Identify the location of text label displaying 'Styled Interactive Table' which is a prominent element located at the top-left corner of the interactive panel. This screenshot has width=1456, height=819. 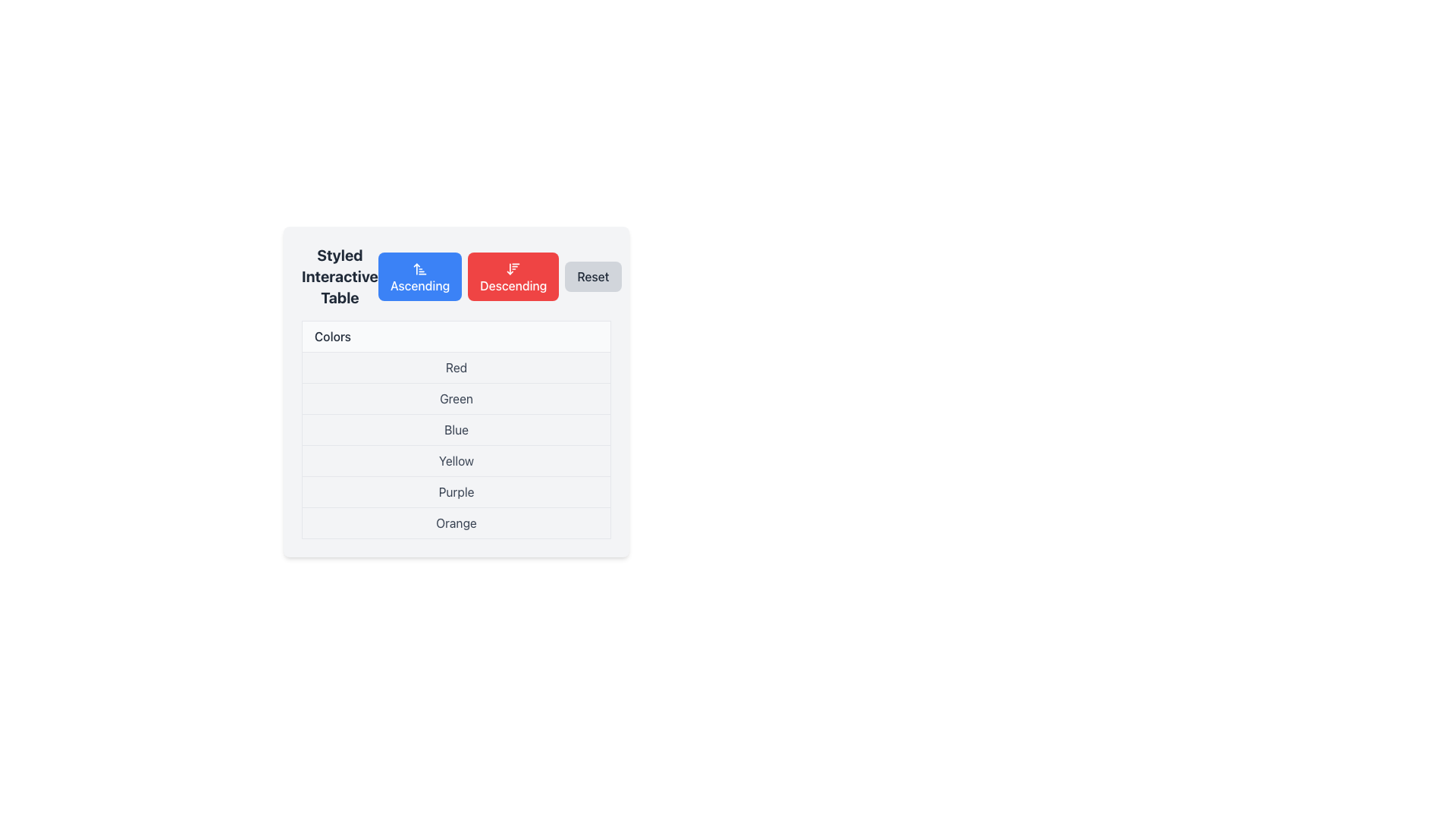
(339, 277).